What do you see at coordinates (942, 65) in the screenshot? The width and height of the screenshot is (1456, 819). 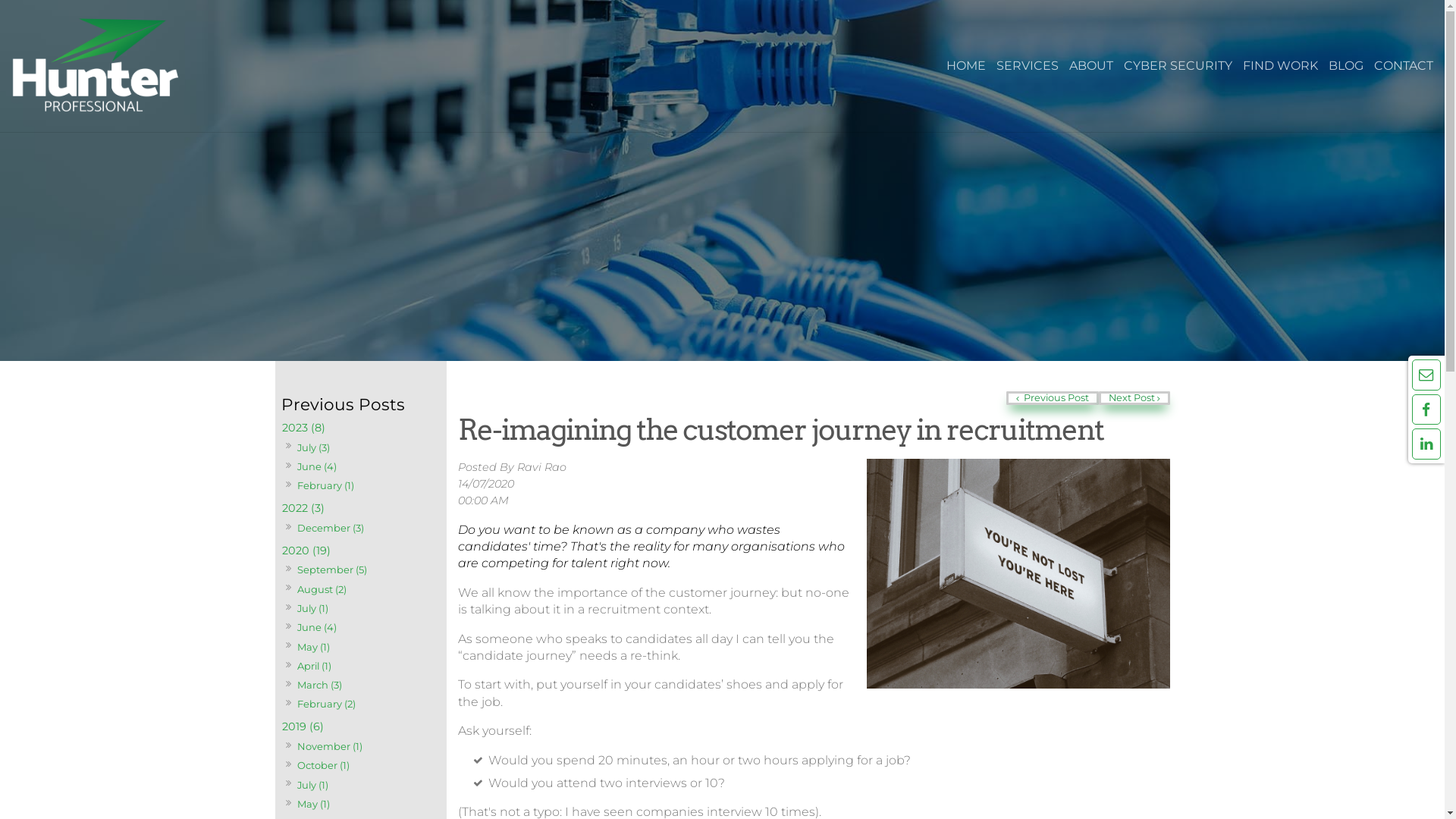 I see `'HOME'` at bounding box center [942, 65].